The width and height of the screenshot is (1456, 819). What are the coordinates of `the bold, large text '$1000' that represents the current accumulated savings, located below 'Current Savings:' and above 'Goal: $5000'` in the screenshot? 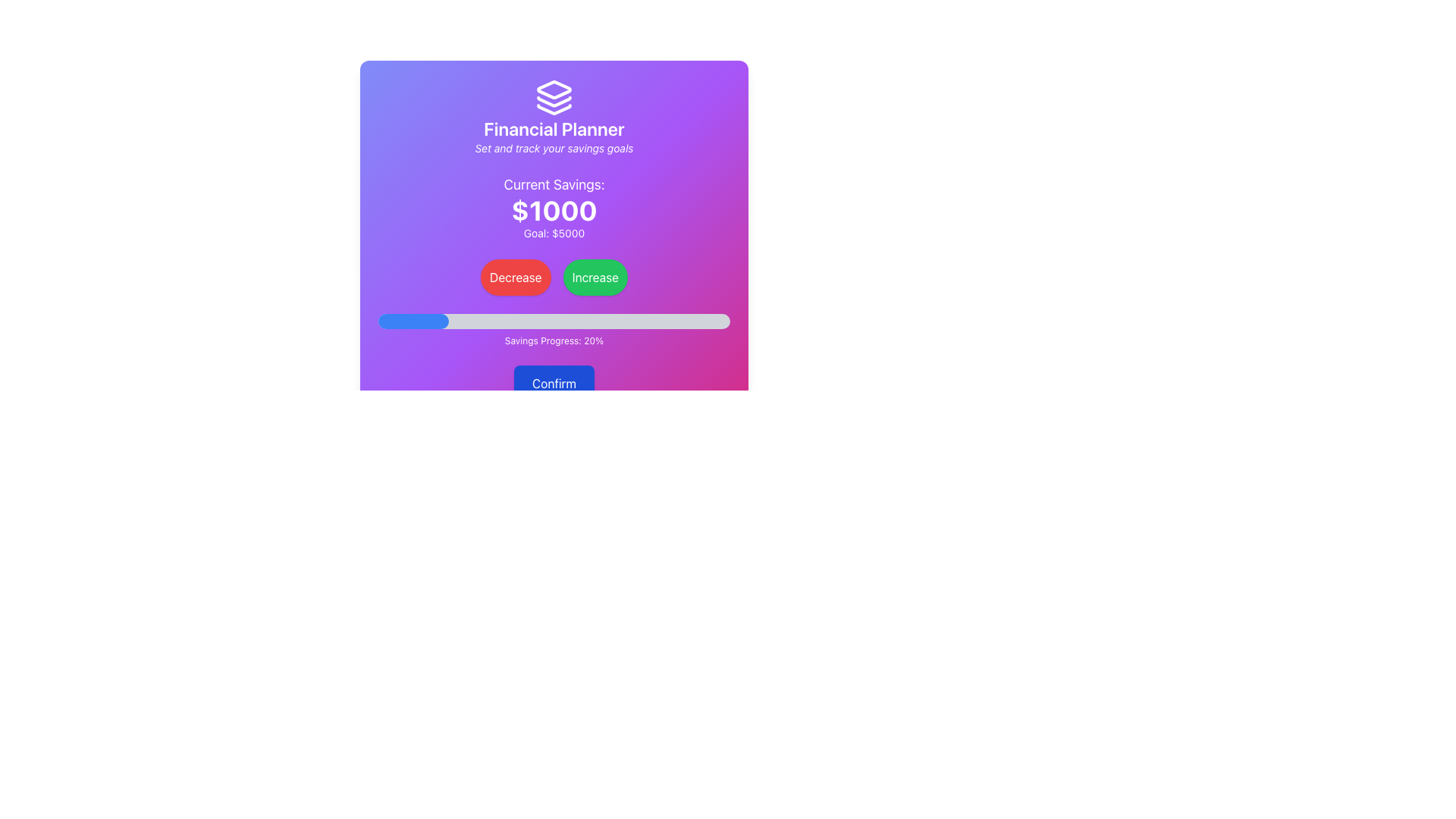 It's located at (553, 210).